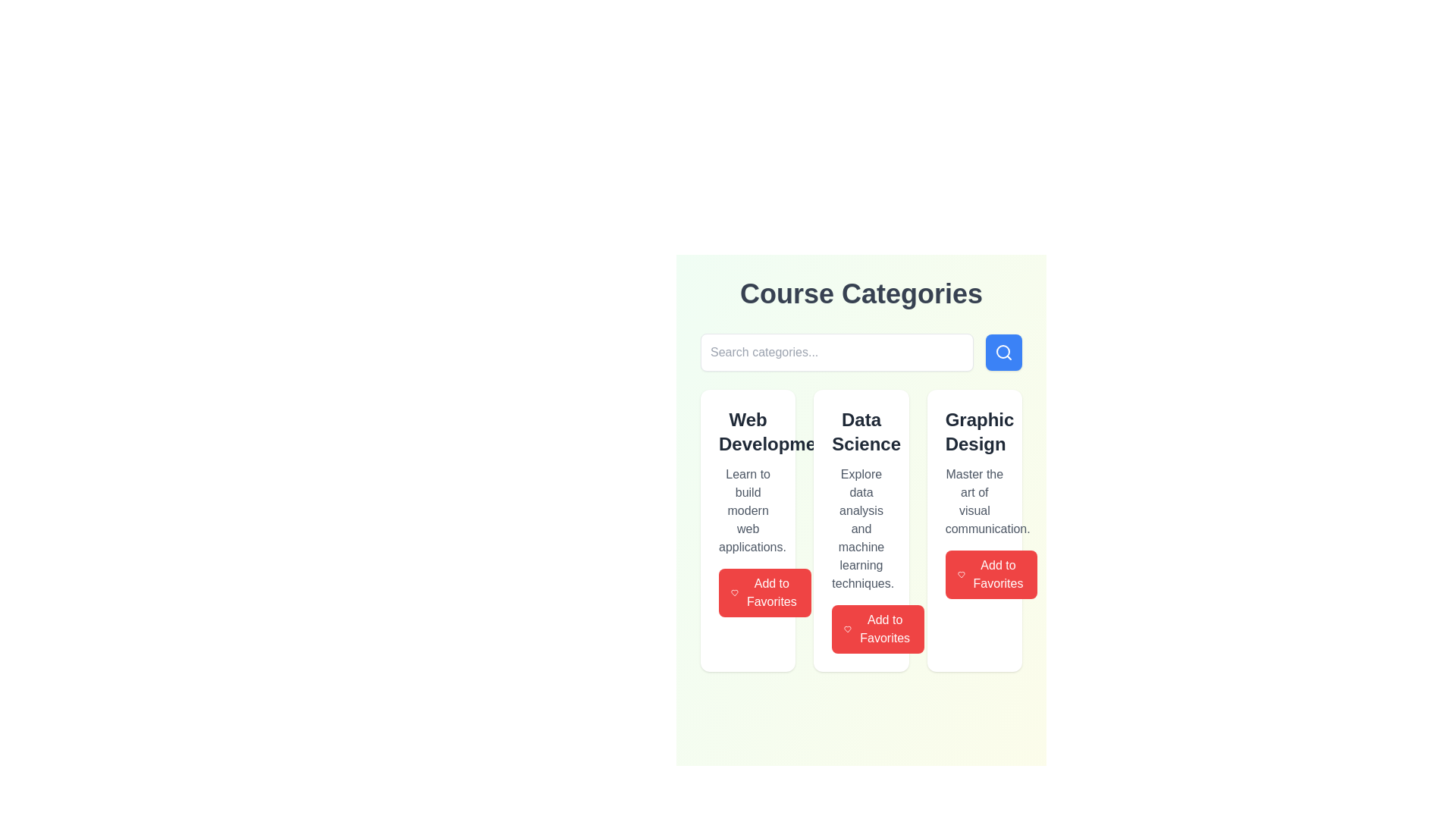 Image resolution: width=1456 pixels, height=819 pixels. I want to click on the SVG icon located inside the 'Add to Favorites' button in the 'Graphic Design' column, which serves as a visual indicator for adding an item to a favorites list, so click(847, 629).